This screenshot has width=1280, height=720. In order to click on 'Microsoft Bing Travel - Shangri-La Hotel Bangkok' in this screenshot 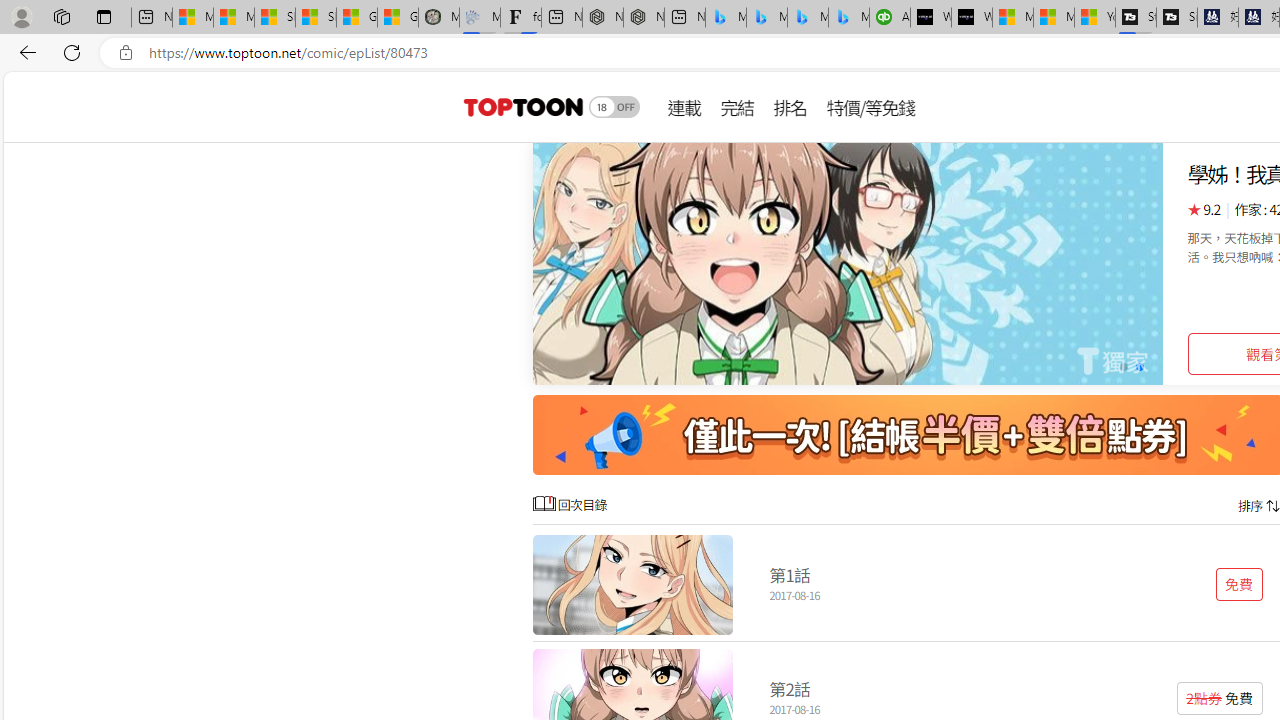, I will do `click(849, 17)`.